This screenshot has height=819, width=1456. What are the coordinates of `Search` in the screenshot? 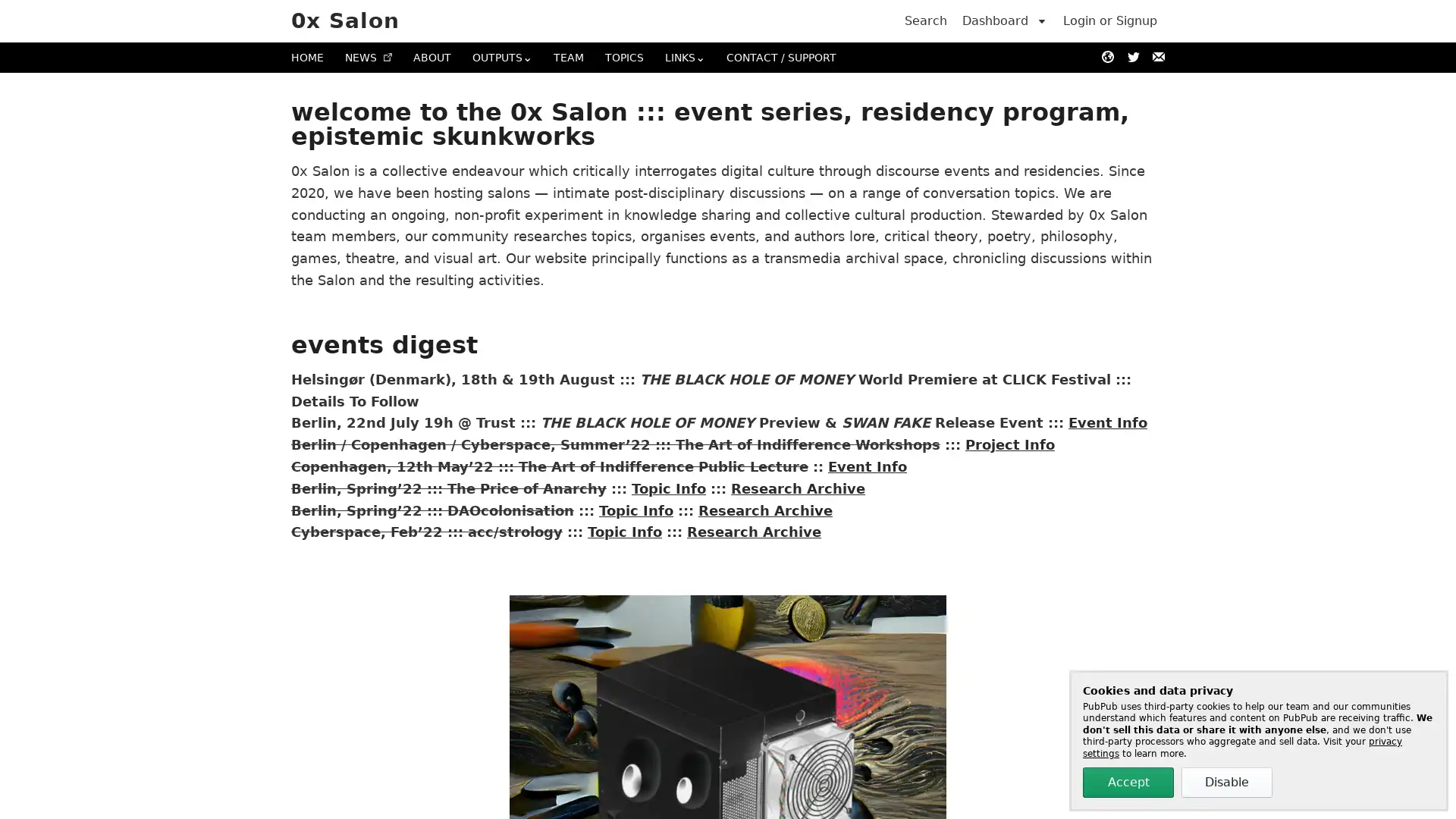 It's located at (924, 20).